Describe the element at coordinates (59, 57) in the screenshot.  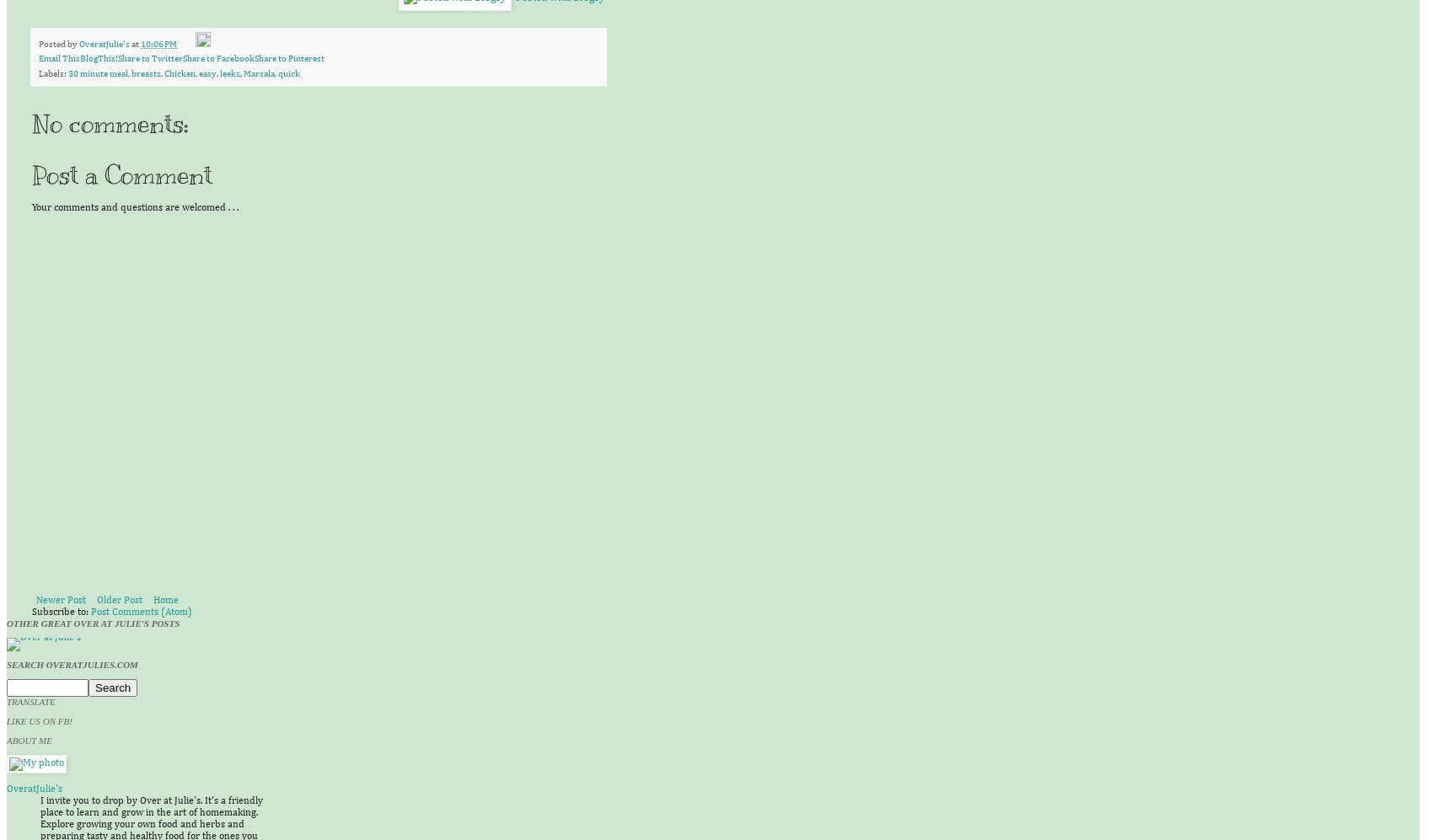
I see `'Email This'` at that location.